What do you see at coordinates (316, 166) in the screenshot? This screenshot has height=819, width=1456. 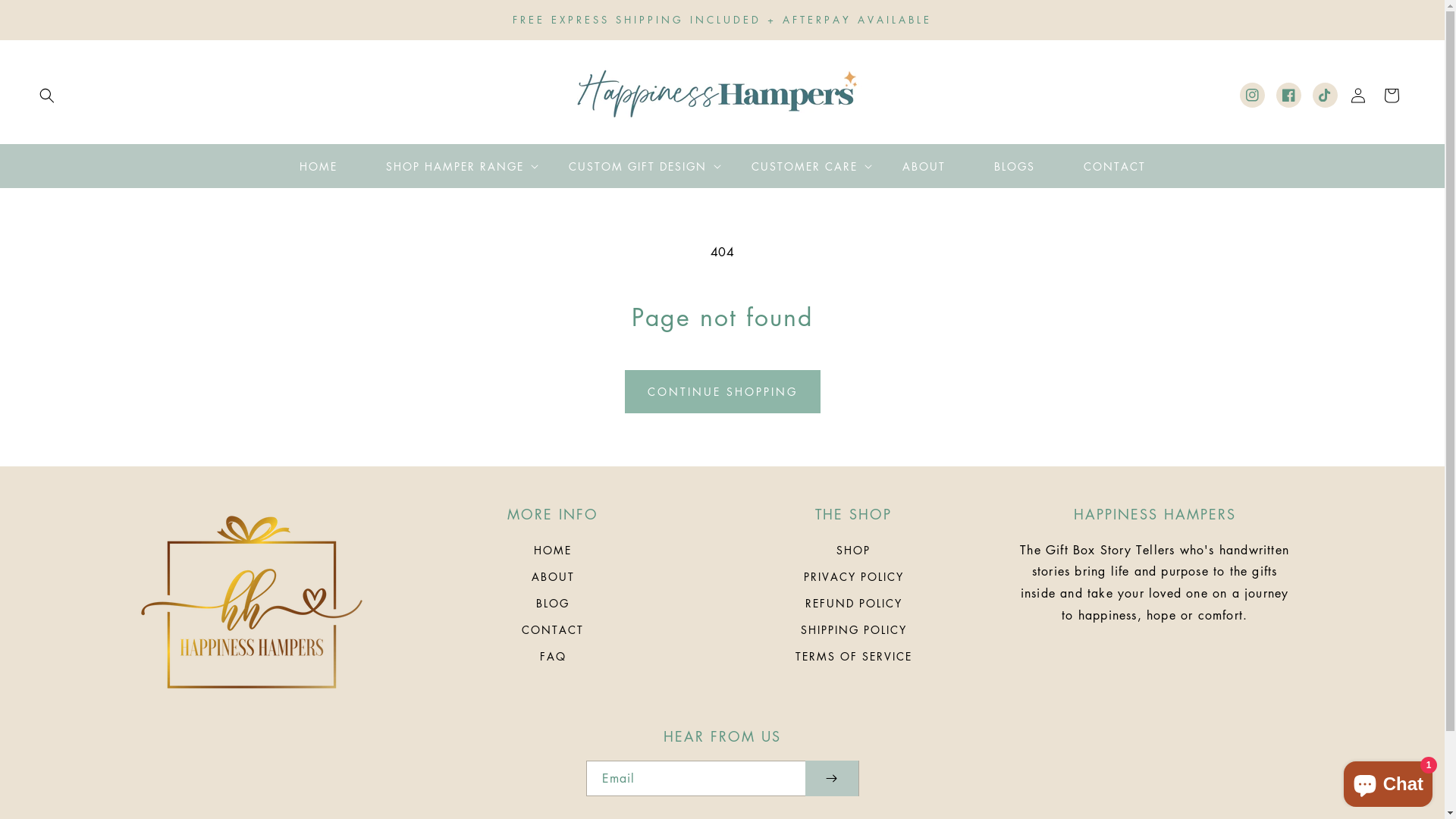 I see `'HOME'` at bounding box center [316, 166].